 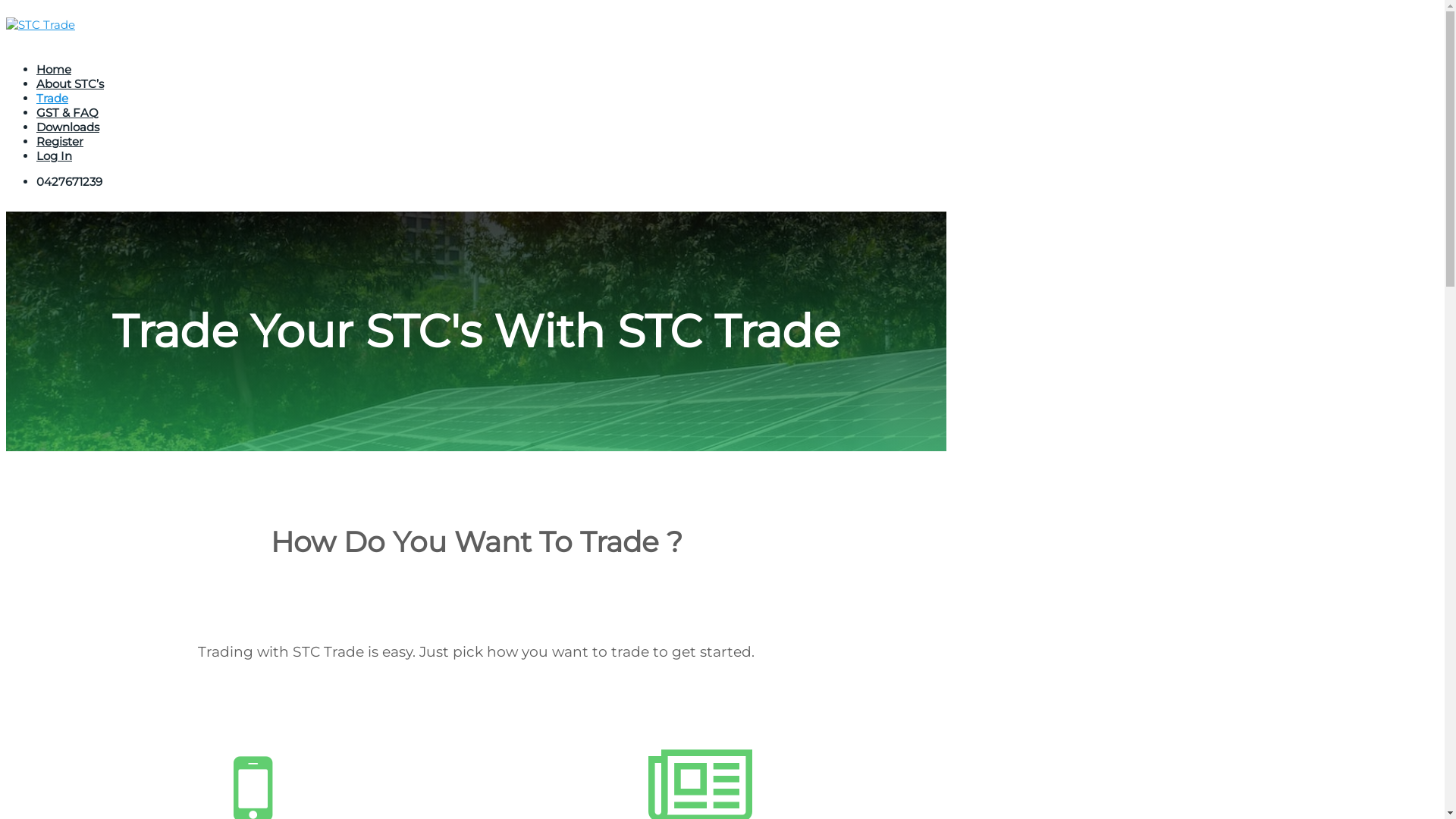 I want to click on 'Downloads', so click(x=67, y=126).